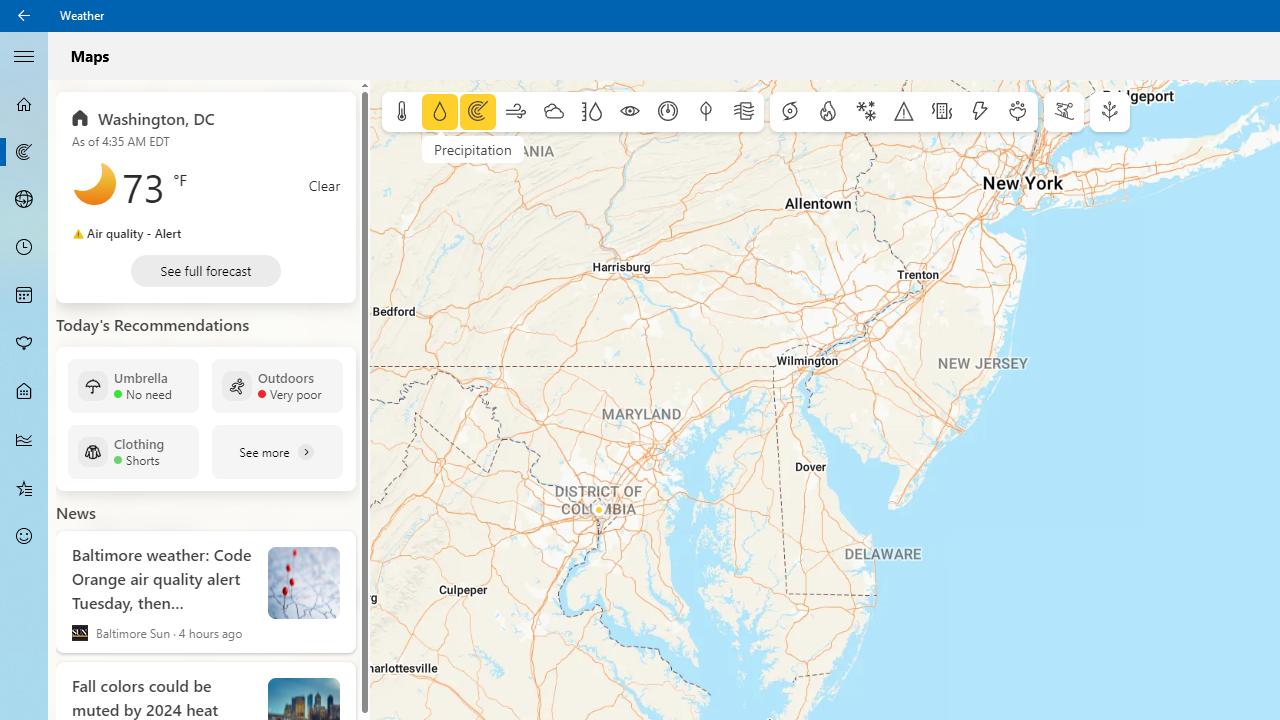 The height and width of the screenshot is (720, 1280). Describe the element at coordinates (24, 535) in the screenshot. I see `'Send Feedback - Not Selected'` at that location.